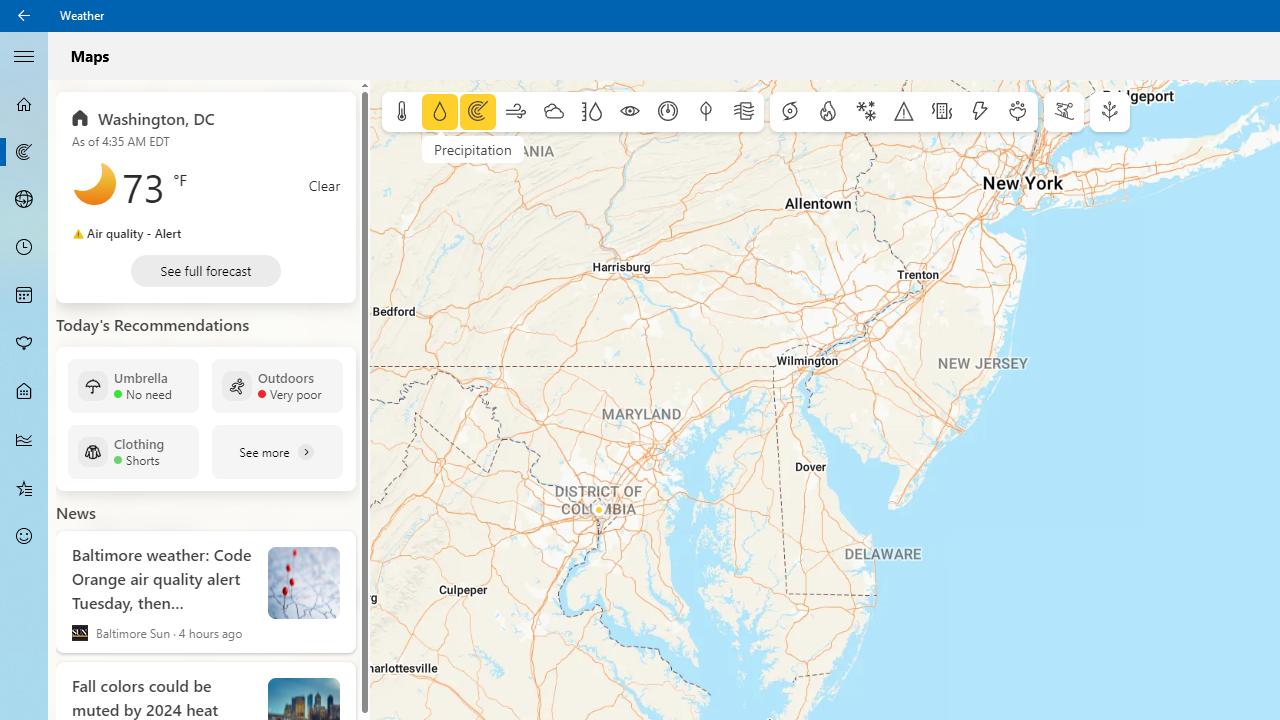 The height and width of the screenshot is (720, 1280). Describe the element at coordinates (24, 535) in the screenshot. I see `'Send Feedback - Not Selected'` at that location.